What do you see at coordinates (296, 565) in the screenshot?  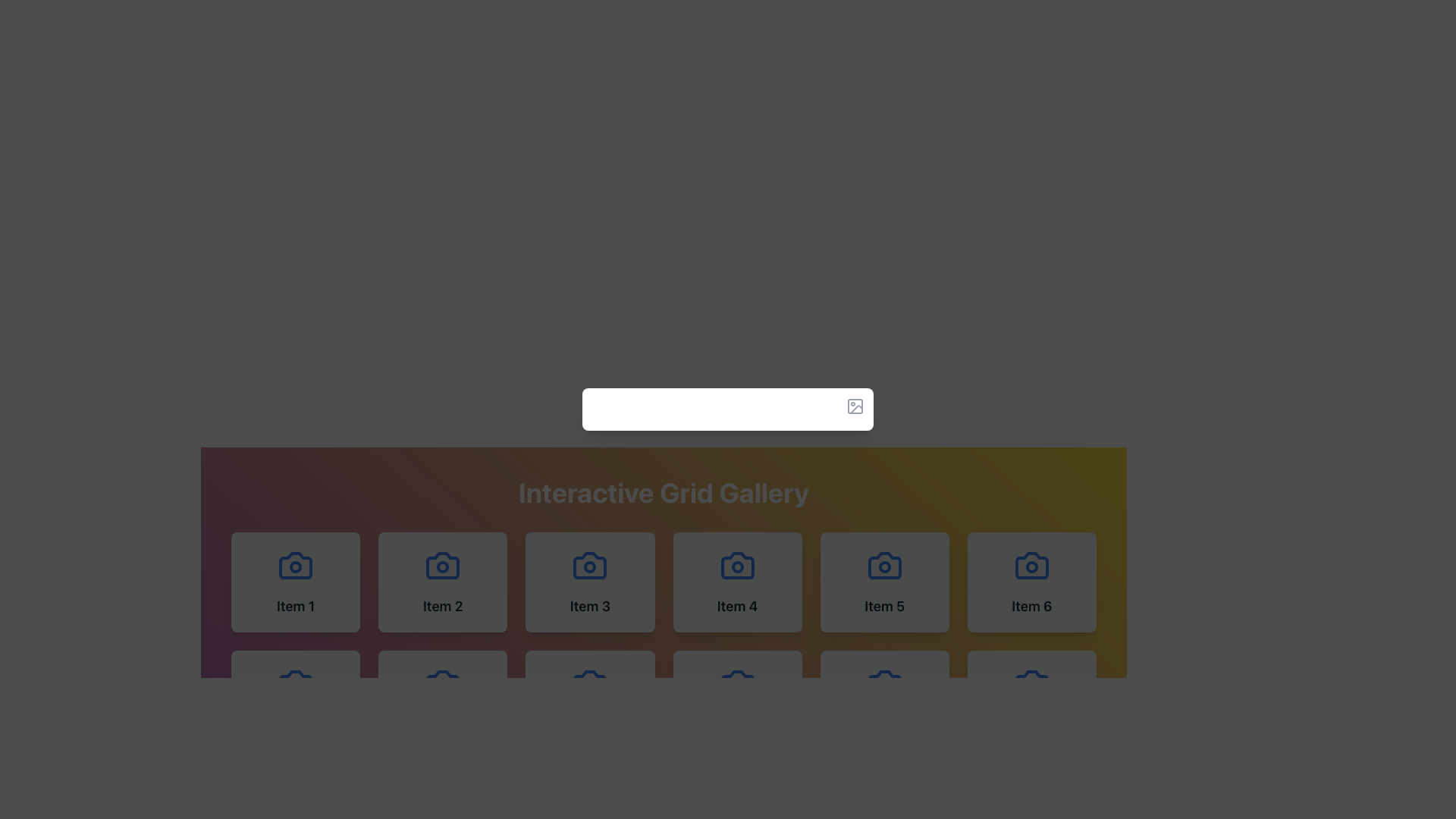 I see `the camera icon located in the top-left card titled 'Item 1', centered above the text 'Item 1'` at bounding box center [296, 565].